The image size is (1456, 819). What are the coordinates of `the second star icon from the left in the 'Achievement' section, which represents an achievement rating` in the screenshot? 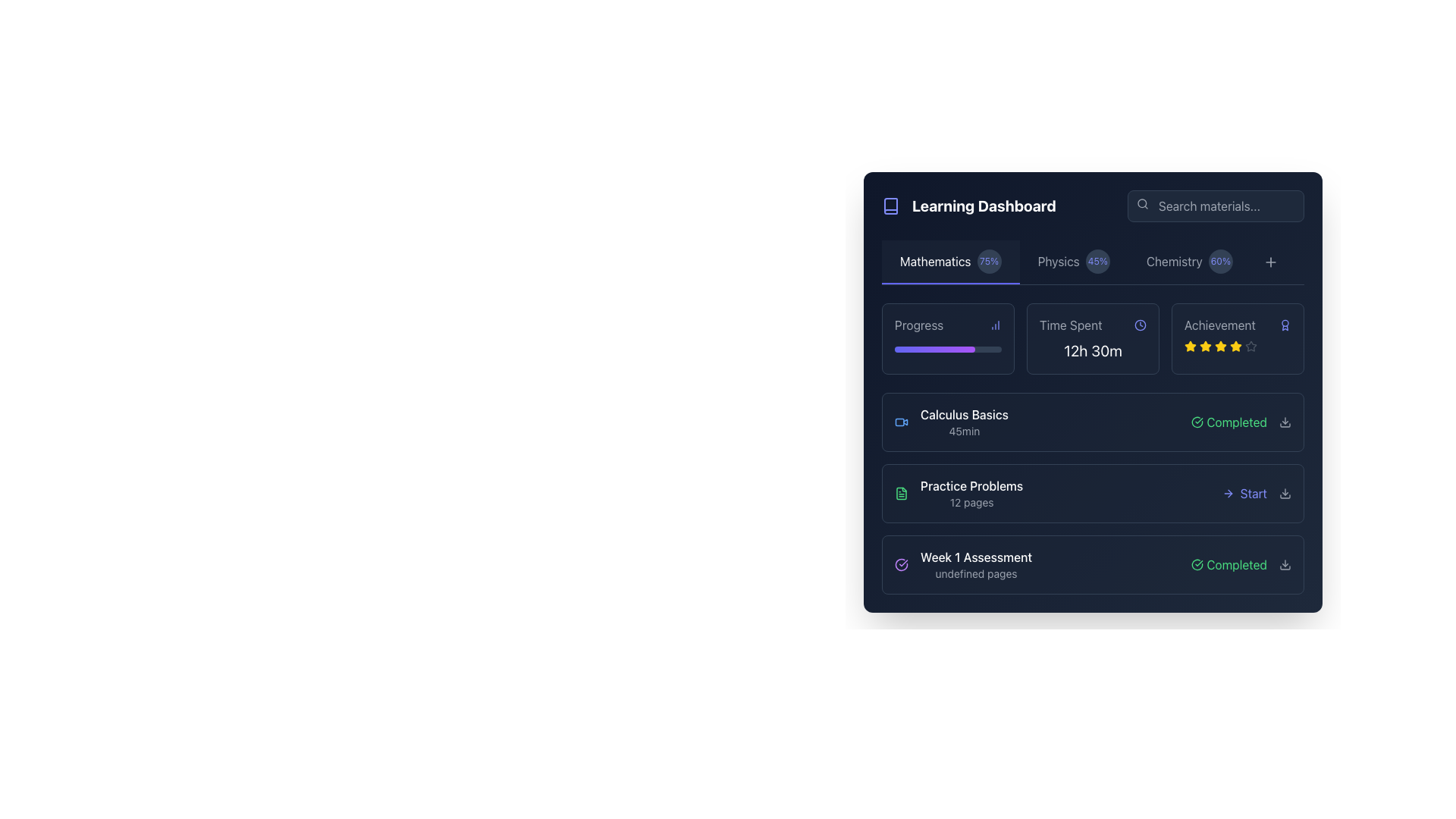 It's located at (1204, 346).